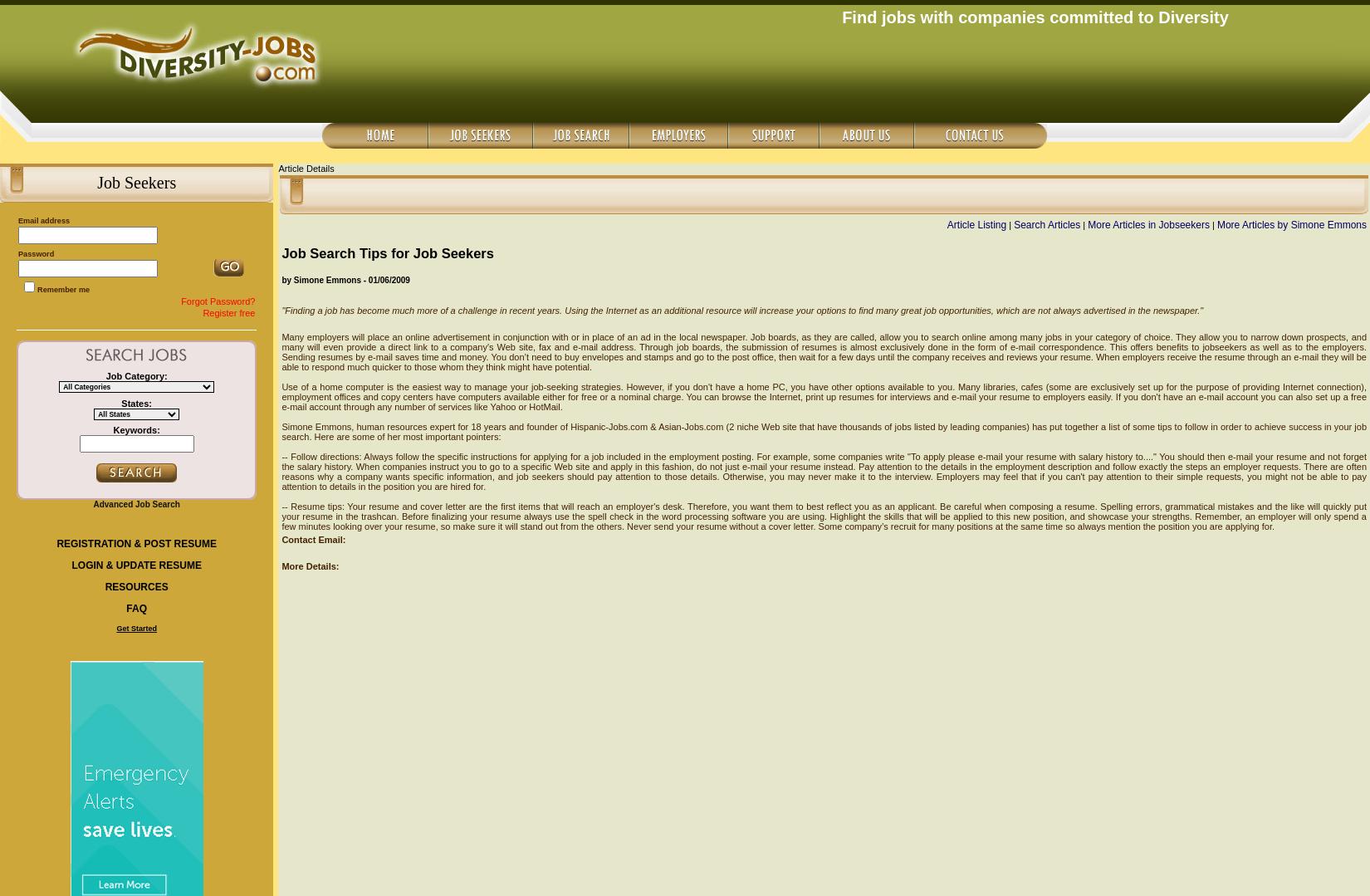 The image size is (1370, 896). What do you see at coordinates (136, 607) in the screenshot?
I see `'FAQ'` at bounding box center [136, 607].